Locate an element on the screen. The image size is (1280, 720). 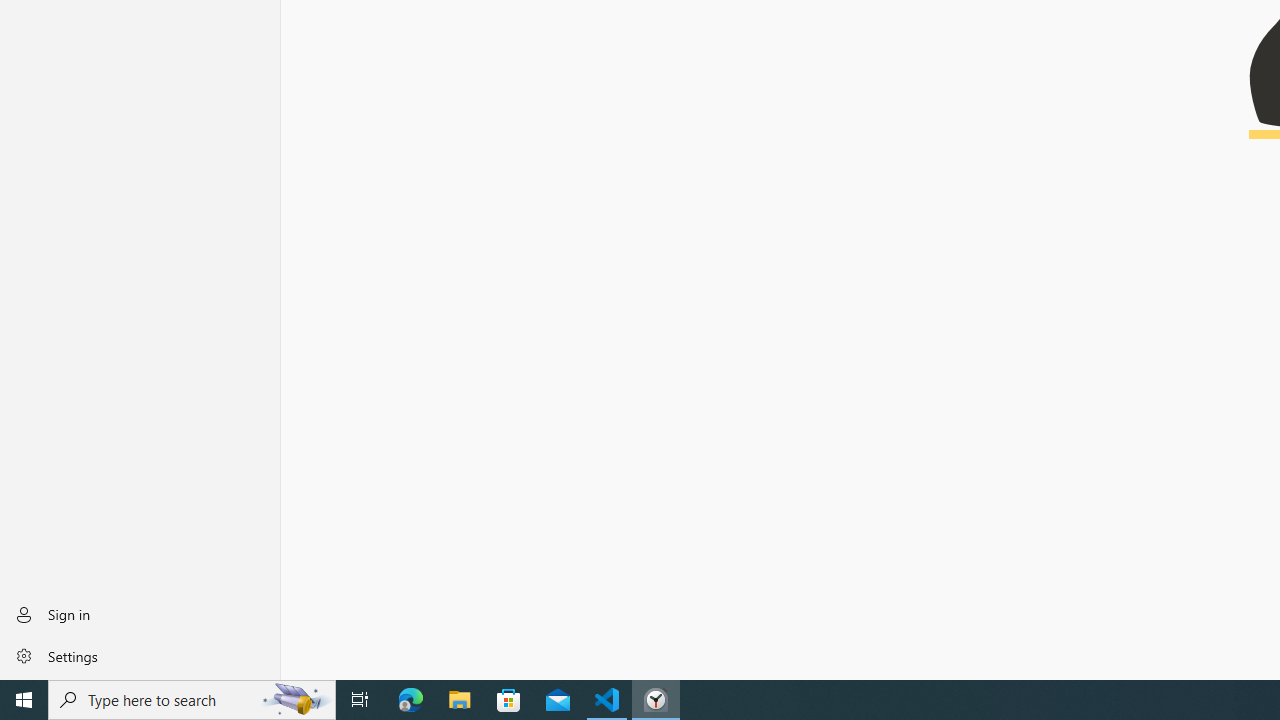
'Task View' is located at coordinates (359, 698).